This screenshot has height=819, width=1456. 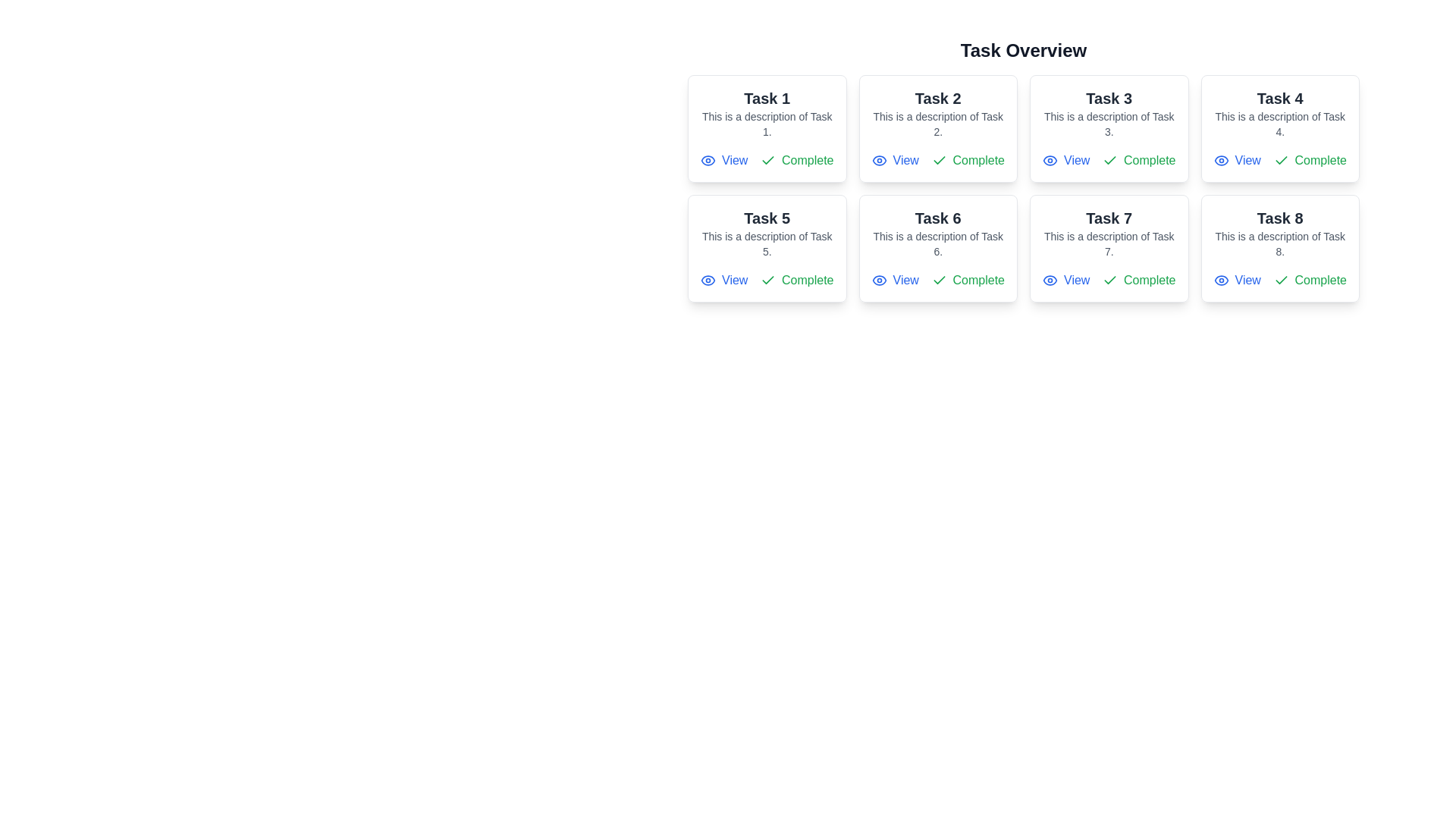 I want to click on the static text label that serves as the title for the task card, located in the last card of a grid layout, so click(x=1279, y=218).